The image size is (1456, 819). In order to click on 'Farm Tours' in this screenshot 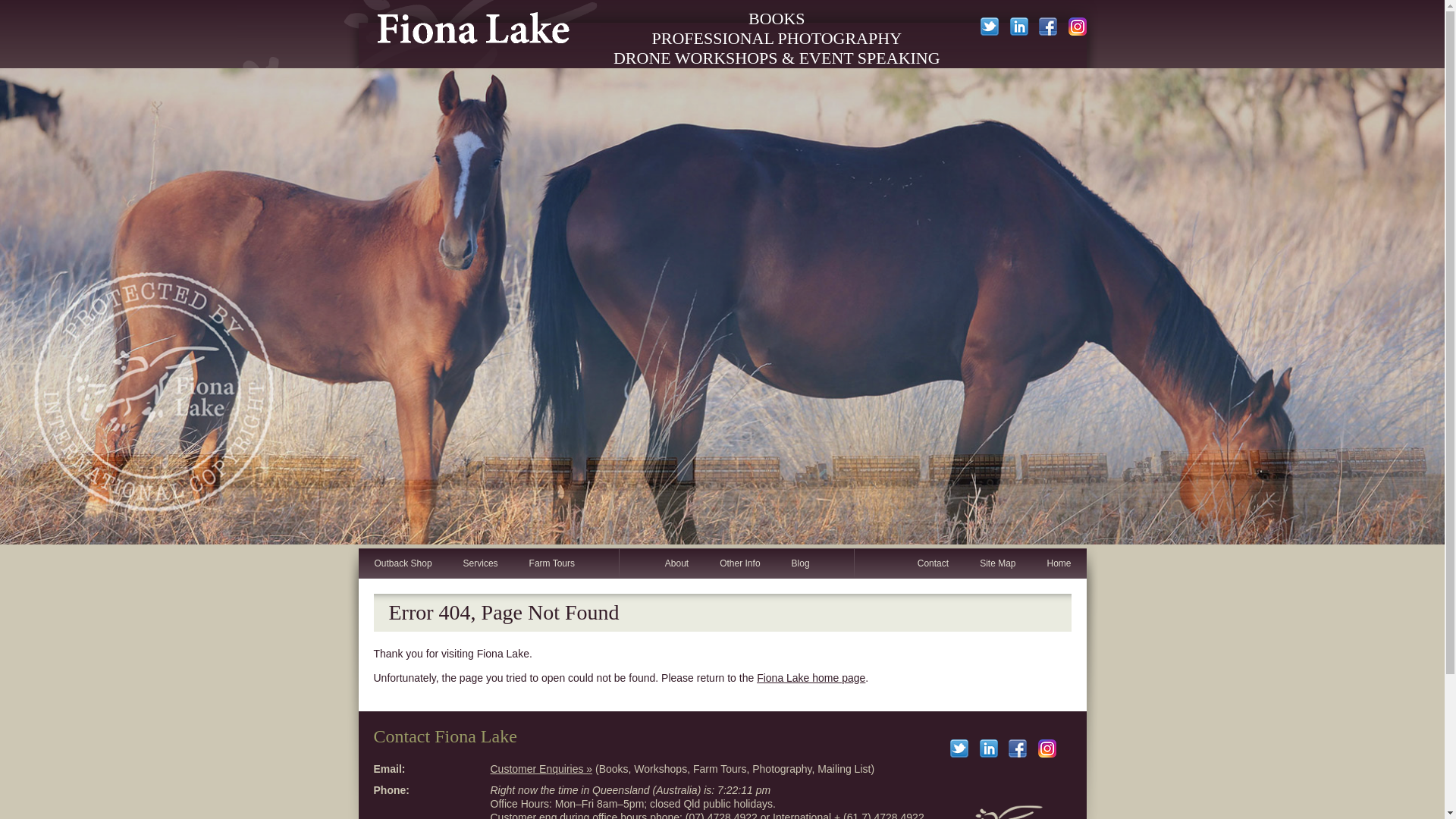, I will do `click(551, 563)`.